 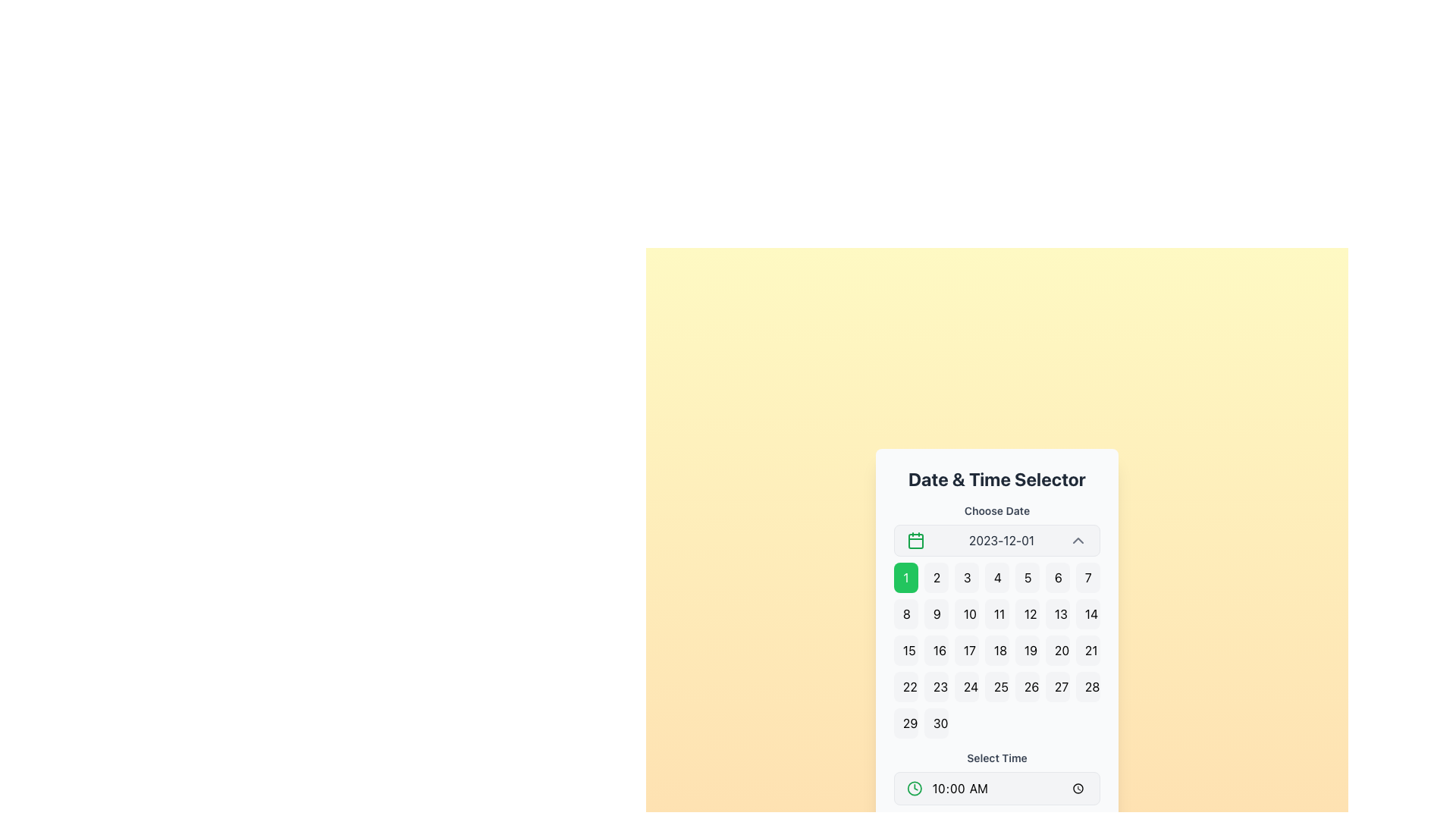 What do you see at coordinates (906, 649) in the screenshot?
I see `the button representing the 15th day in the date-picker interface` at bounding box center [906, 649].